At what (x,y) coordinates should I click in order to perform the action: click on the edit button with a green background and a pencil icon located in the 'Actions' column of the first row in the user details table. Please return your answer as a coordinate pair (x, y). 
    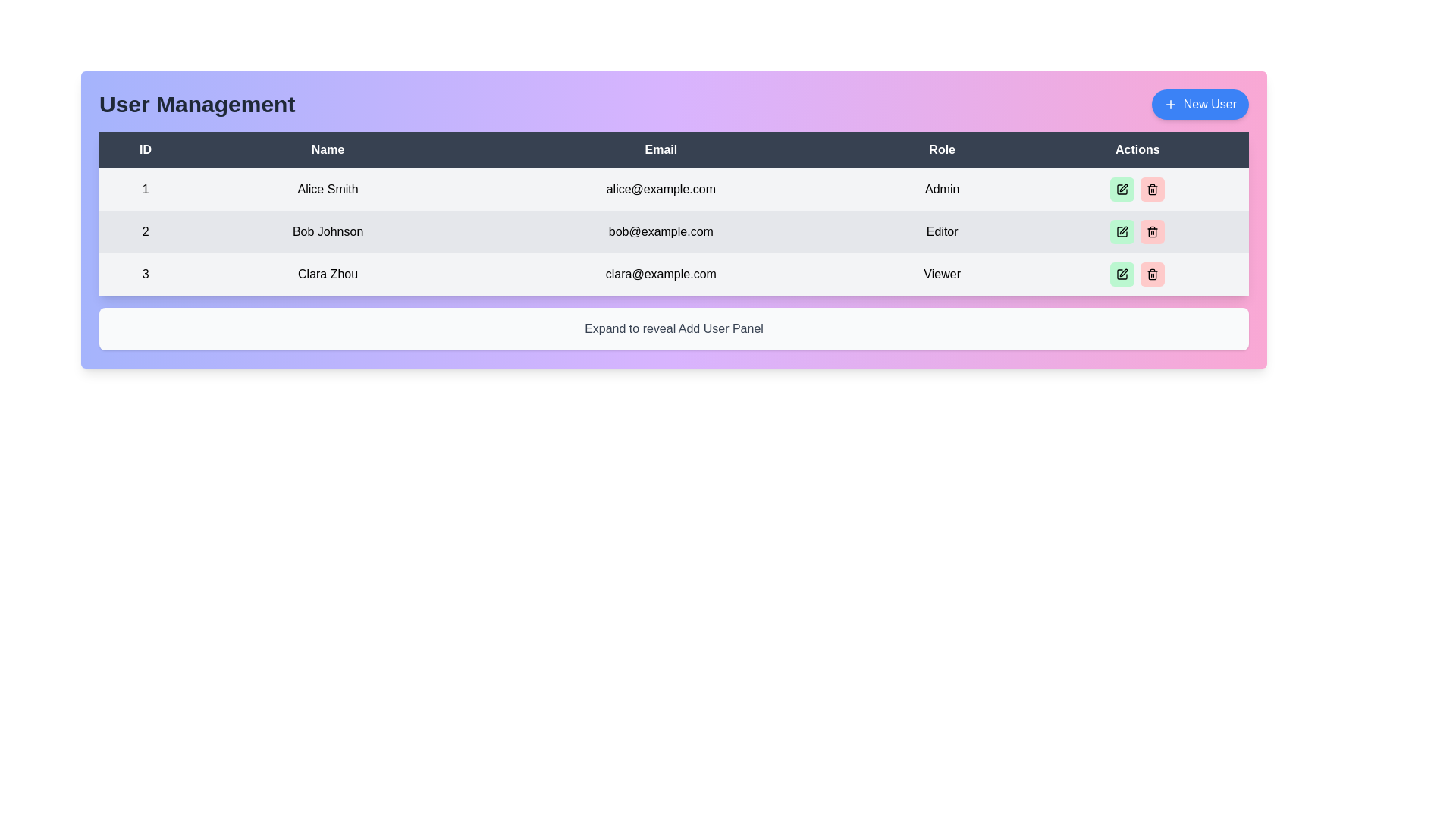
    Looking at the image, I should click on (1122, 189).